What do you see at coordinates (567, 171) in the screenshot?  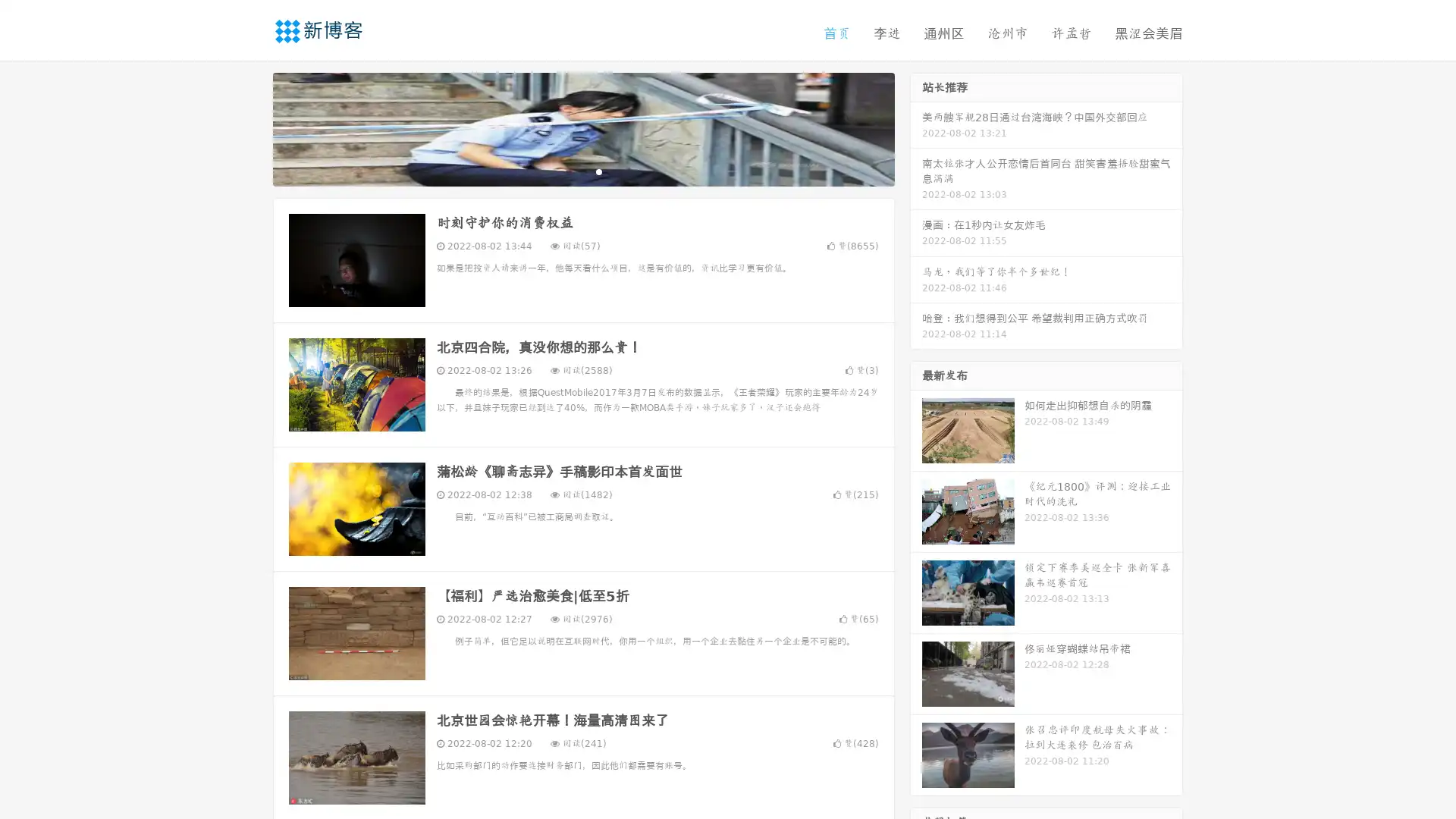 I see `Go to slide 1` at bounding box center [567, 171].